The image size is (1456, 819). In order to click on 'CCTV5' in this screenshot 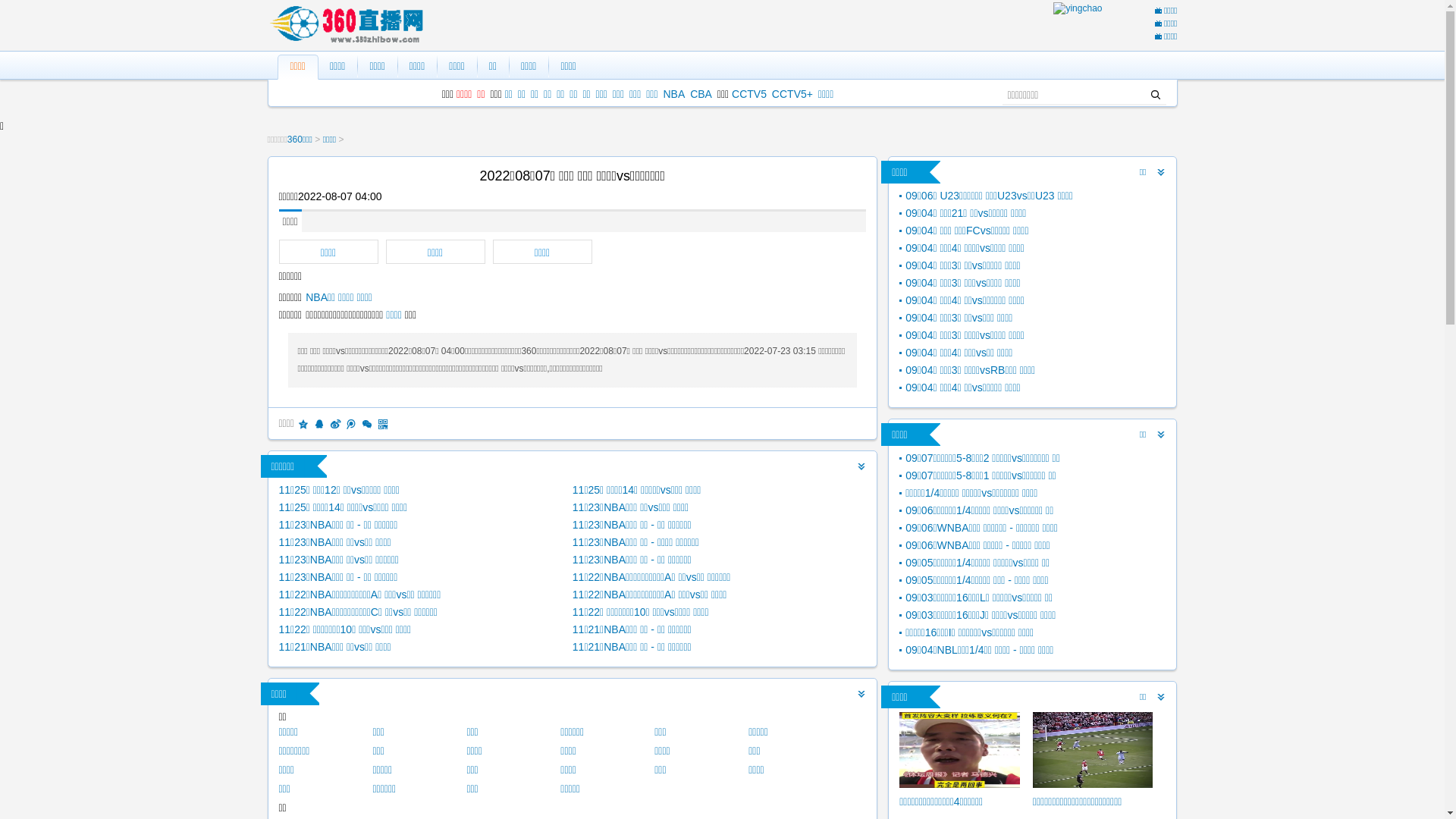, I will do `click(749, 93)`.